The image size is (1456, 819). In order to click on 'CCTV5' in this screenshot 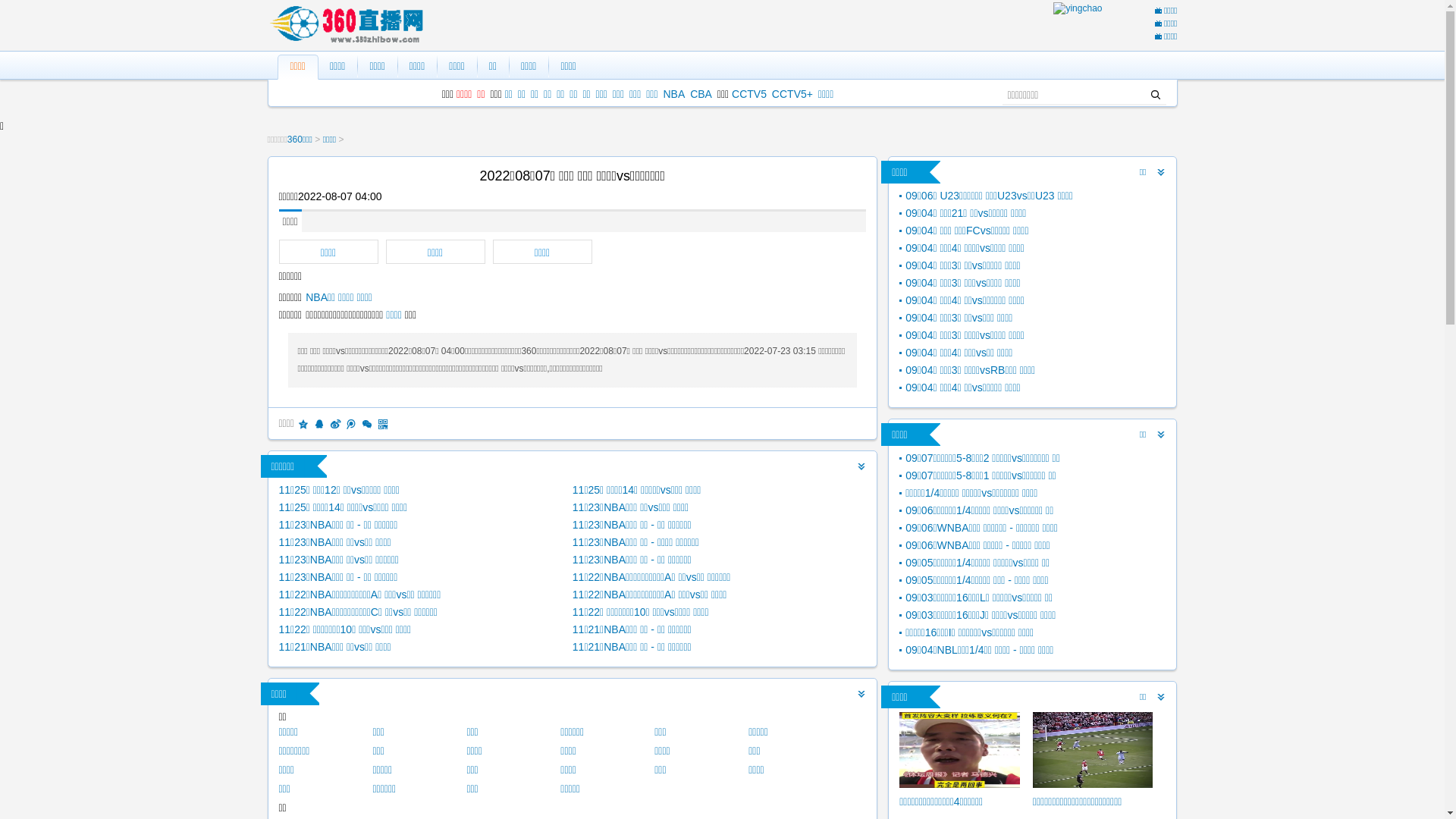, I will do `click(749, 93)`.